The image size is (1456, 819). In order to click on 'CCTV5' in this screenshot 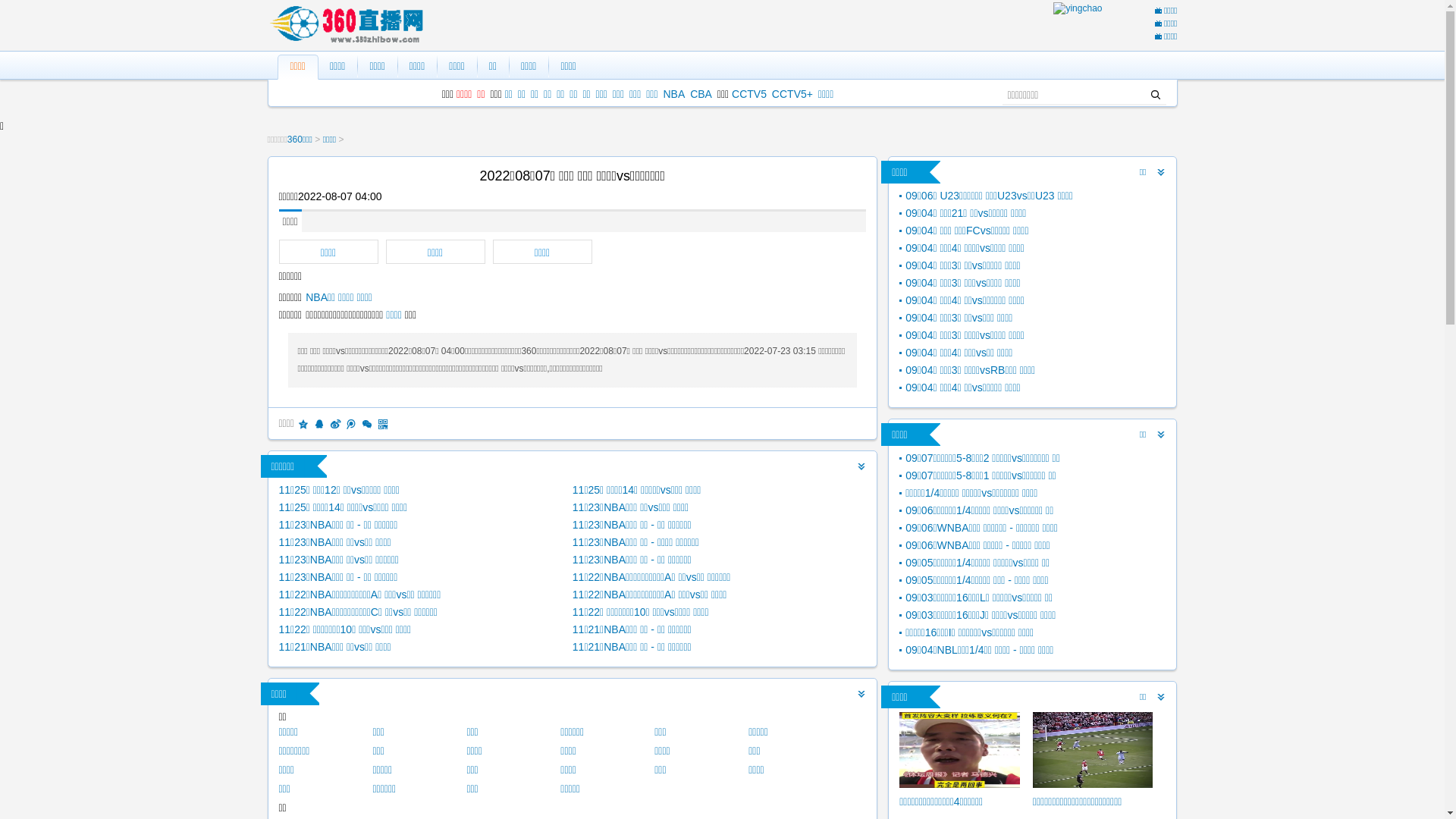, I will do `click(749, 93)`.